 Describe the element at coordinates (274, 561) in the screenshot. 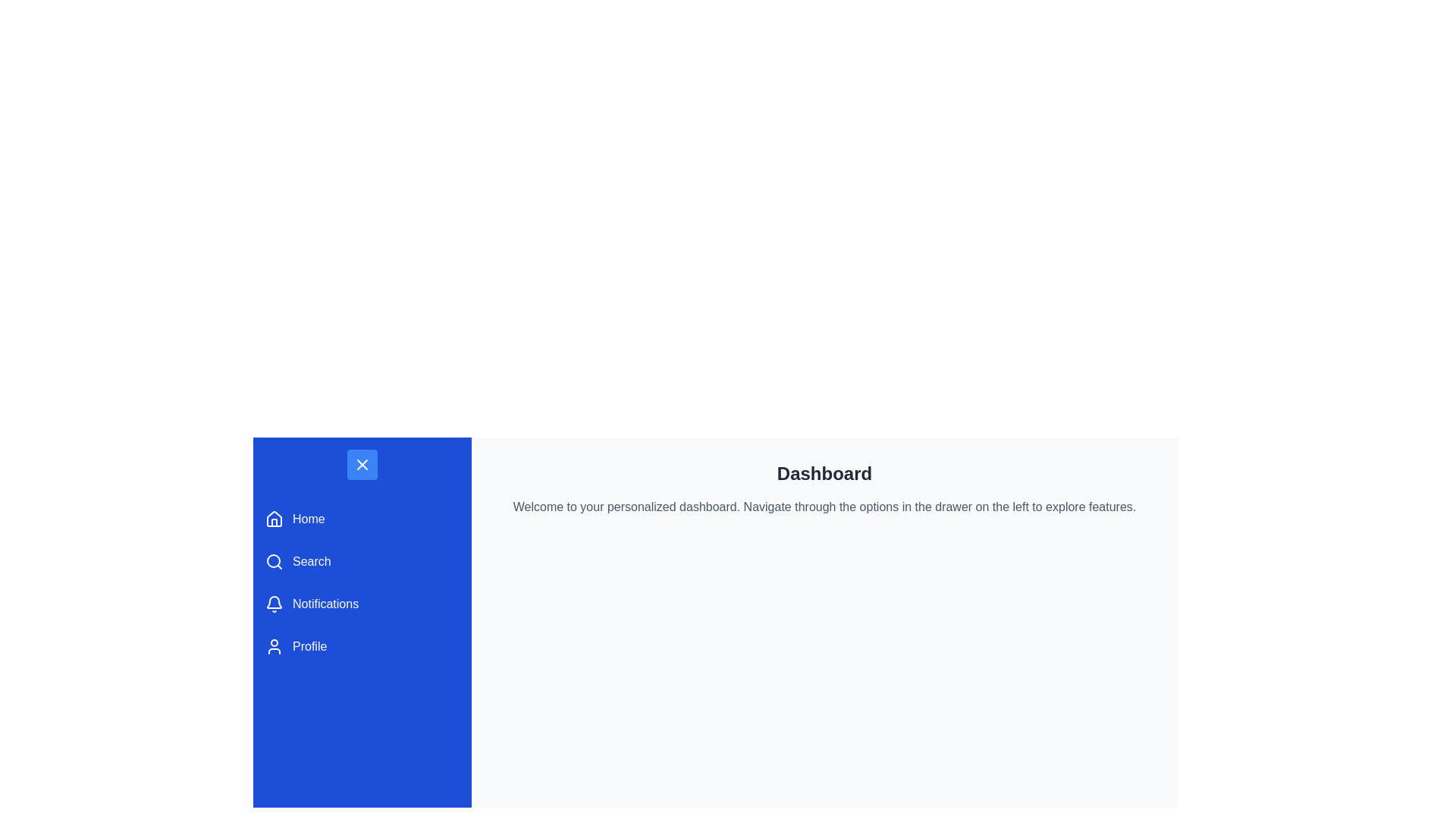

I see `the Search Icon located in the left-side menu panel, positioned immediately to the left of the text 'Search', to initiate the search function` at that location.